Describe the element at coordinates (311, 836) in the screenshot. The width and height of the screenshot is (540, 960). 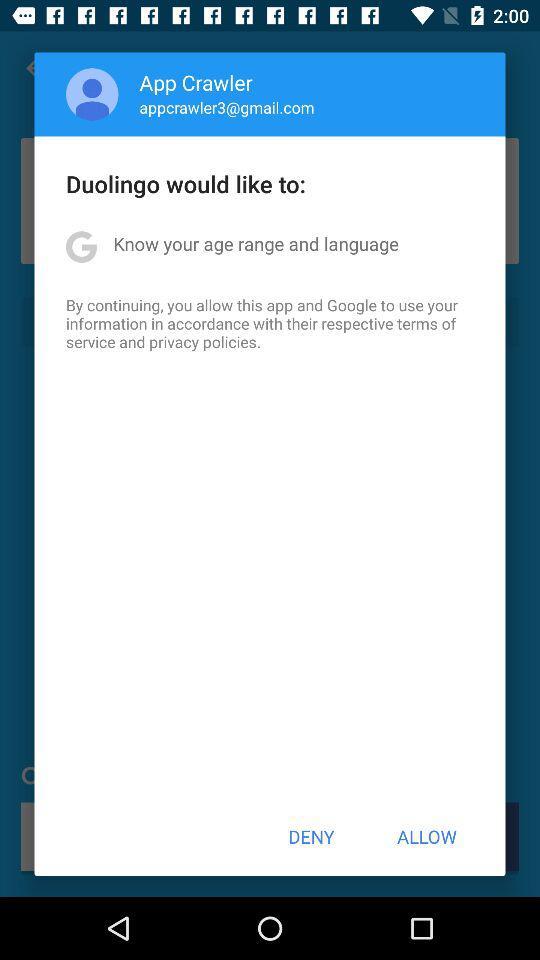
I see `item next to allow` at that location.